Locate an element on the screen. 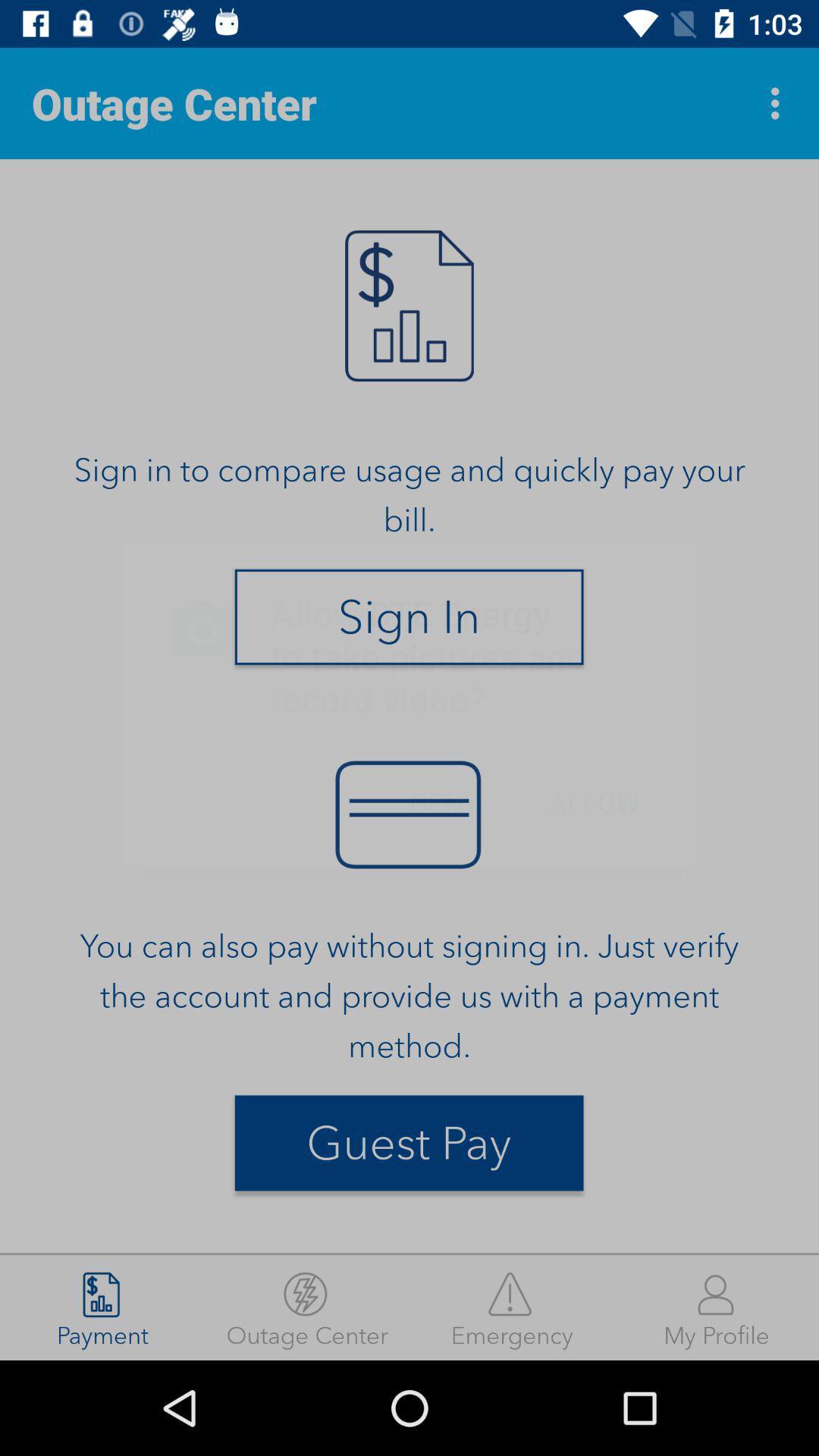 Image resolution: width=819 pixels, height=1456 pixels. the guest pay item is located at coordinates (408, 1143).